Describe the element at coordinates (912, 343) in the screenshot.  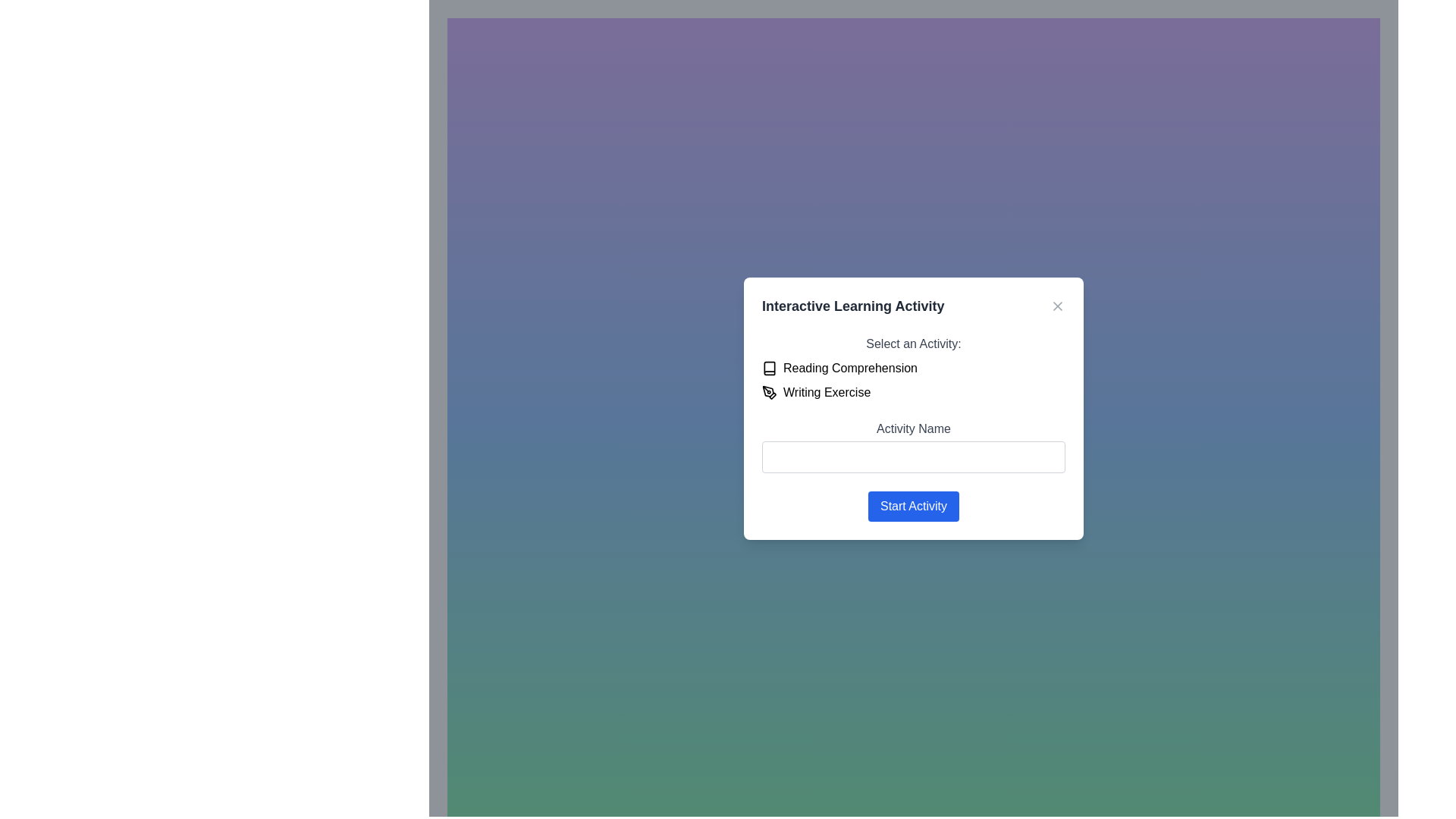
I see `the label that says 'Select an Activity:' styled in gray color within the centered modal dialog` at that location.